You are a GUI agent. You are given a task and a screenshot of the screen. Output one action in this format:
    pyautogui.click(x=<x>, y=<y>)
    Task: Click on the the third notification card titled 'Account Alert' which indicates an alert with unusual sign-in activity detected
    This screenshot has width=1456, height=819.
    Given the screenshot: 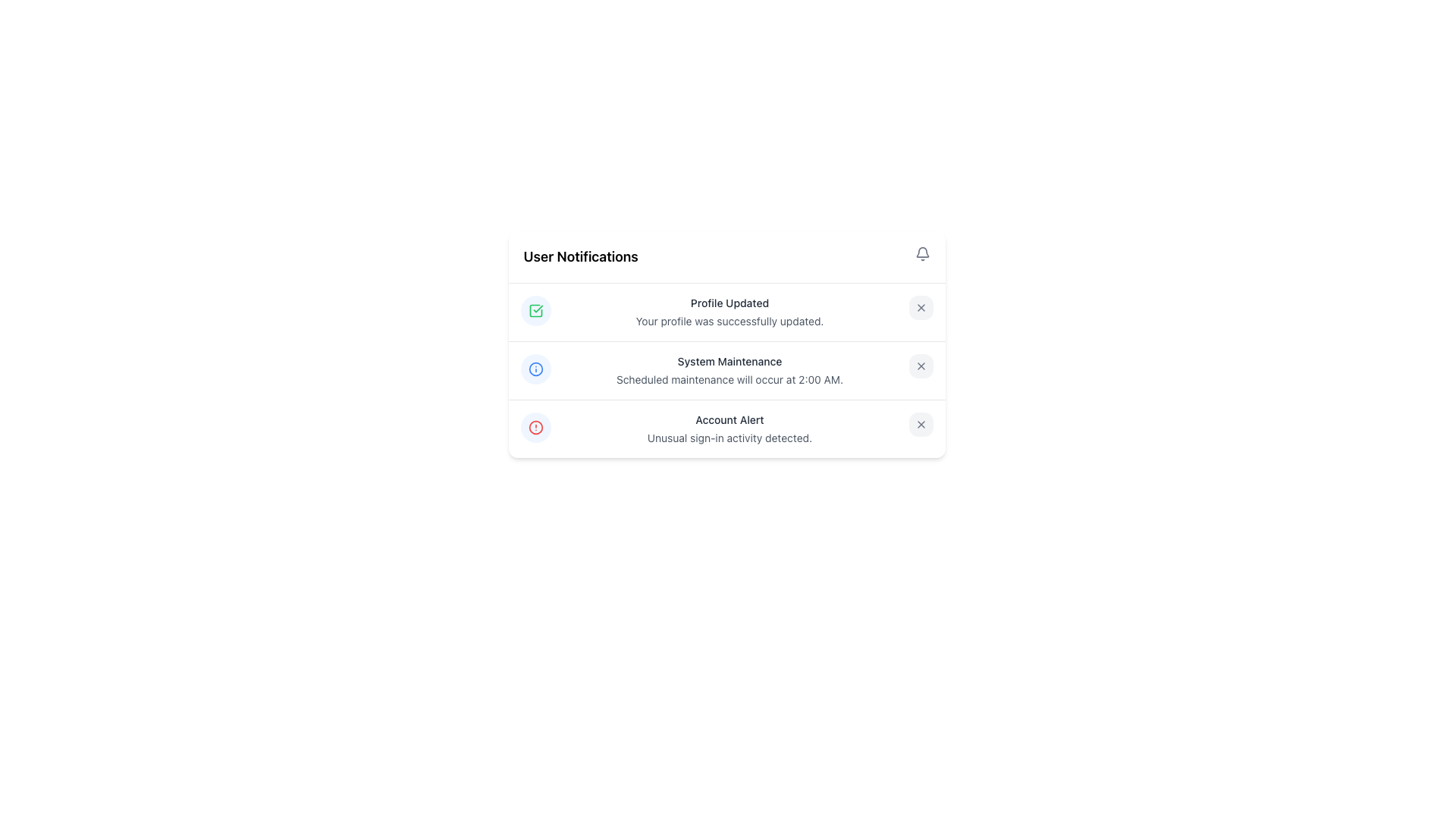 What is the action you would take?
    pyautogui.click(x=726, y=428)
    